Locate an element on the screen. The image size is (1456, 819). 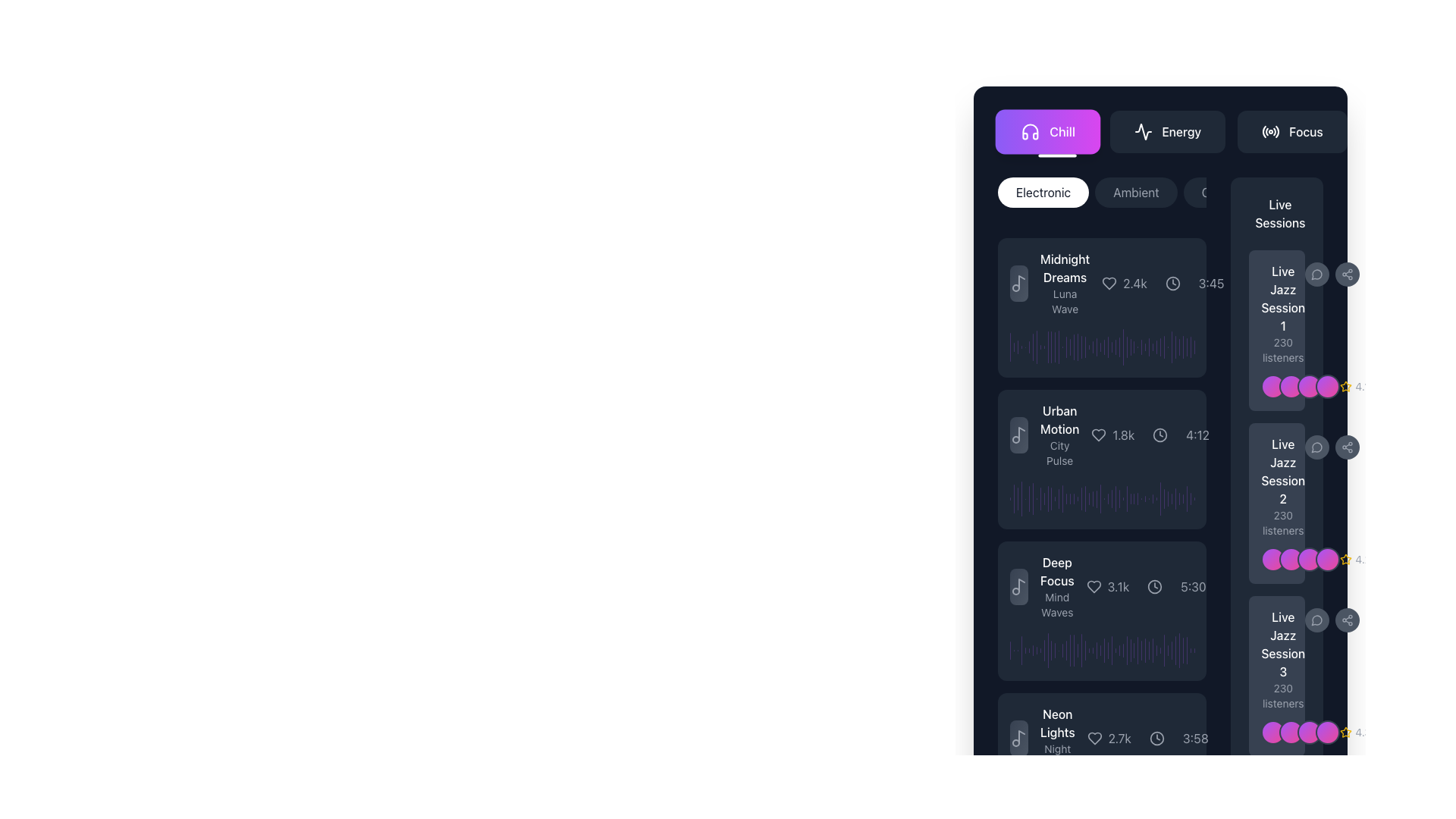
the 30th vertical bar segment of the bar chart, which is a narrow rounded purple bar with a gradient transparency effect is located at coordinates (1134, 347).